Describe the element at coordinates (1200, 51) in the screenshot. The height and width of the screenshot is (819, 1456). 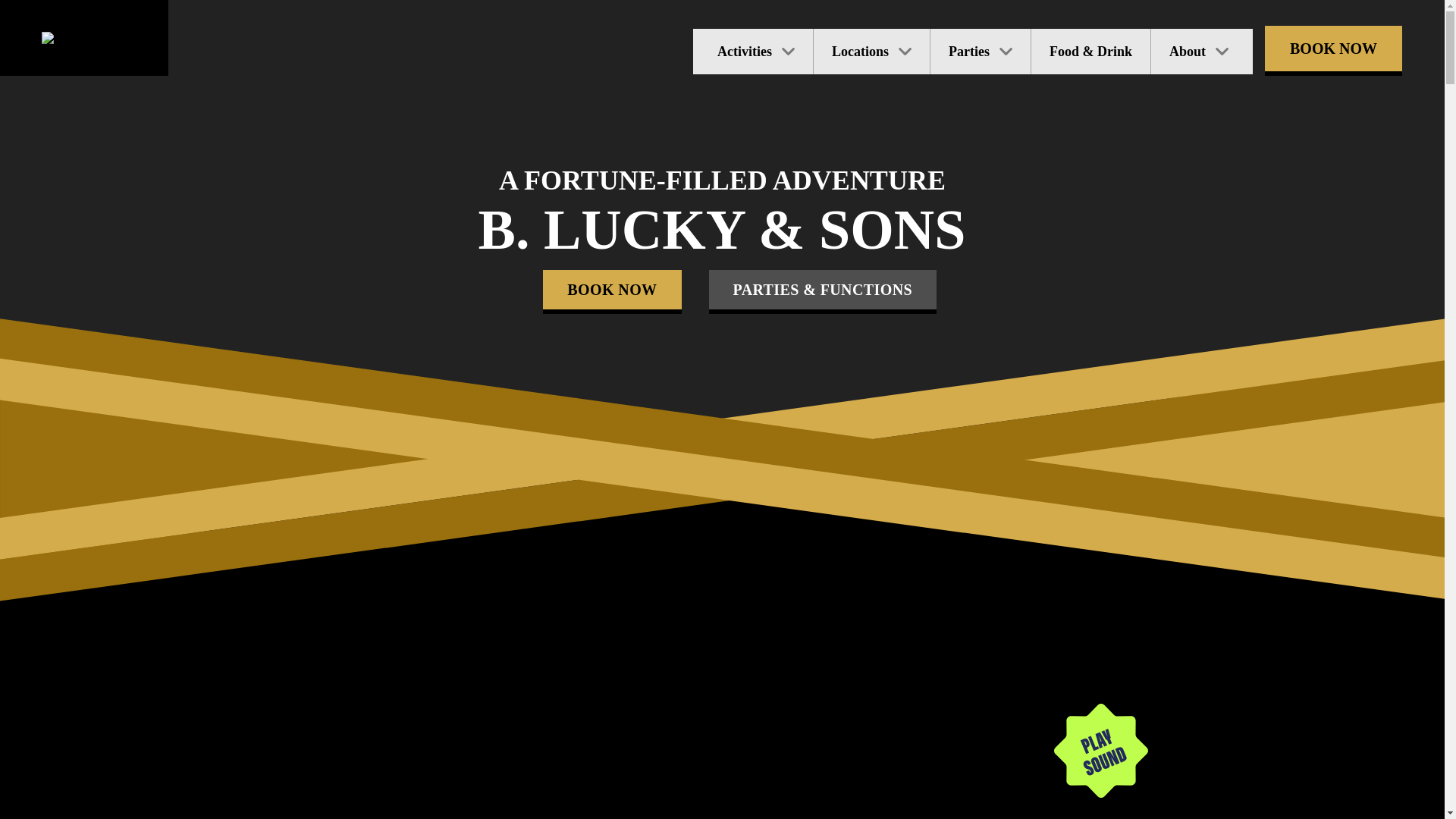
I see `'About'` at that location.